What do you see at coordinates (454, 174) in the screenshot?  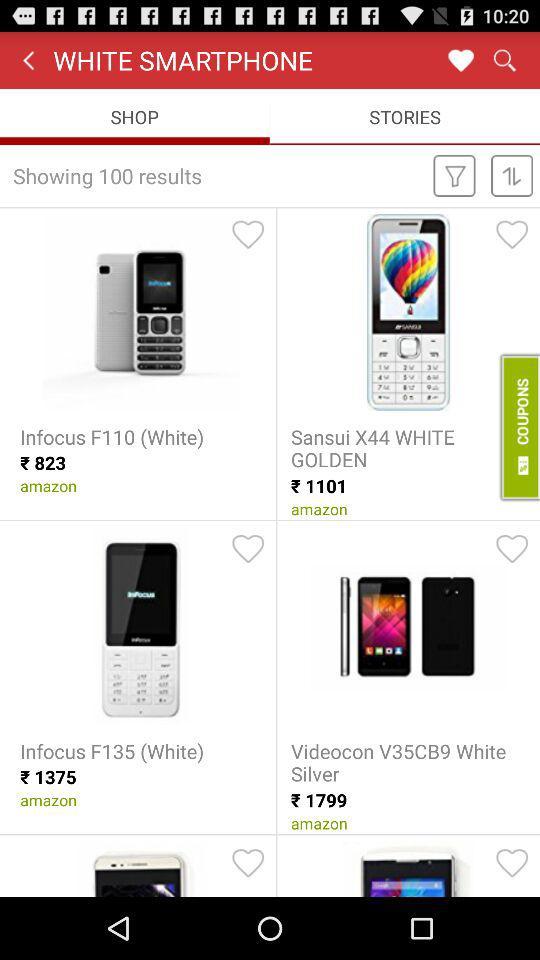 I see `filter items on page` at bounding box center [454, 174].